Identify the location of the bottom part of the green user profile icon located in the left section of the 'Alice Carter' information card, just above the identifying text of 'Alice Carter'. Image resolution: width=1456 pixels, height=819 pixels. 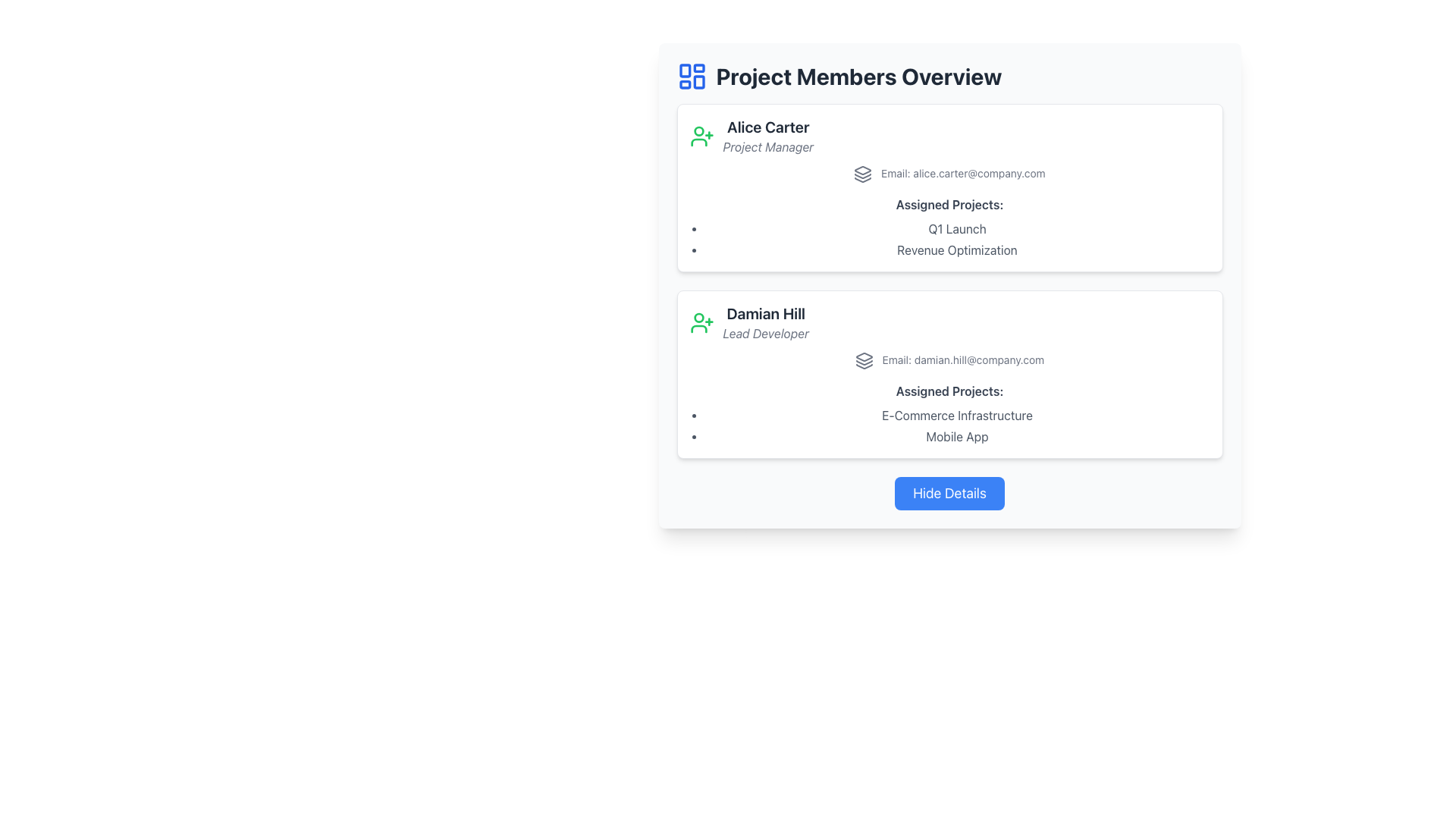
(698, 143).